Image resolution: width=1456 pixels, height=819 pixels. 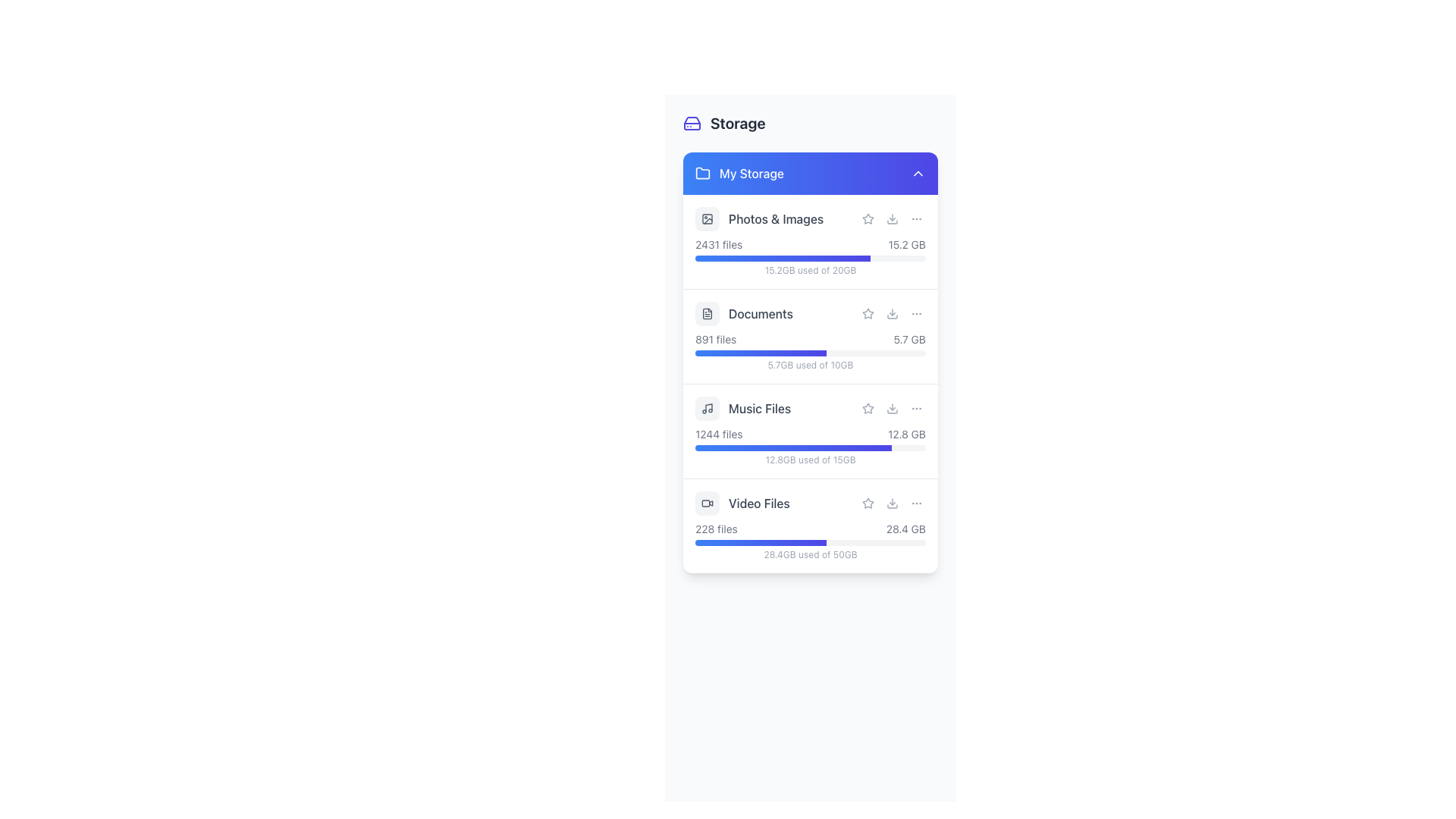 I want to click on the download button for 'Documents' located in the 'My Storage' section to initiate the download action, so click(x=892, y=312).